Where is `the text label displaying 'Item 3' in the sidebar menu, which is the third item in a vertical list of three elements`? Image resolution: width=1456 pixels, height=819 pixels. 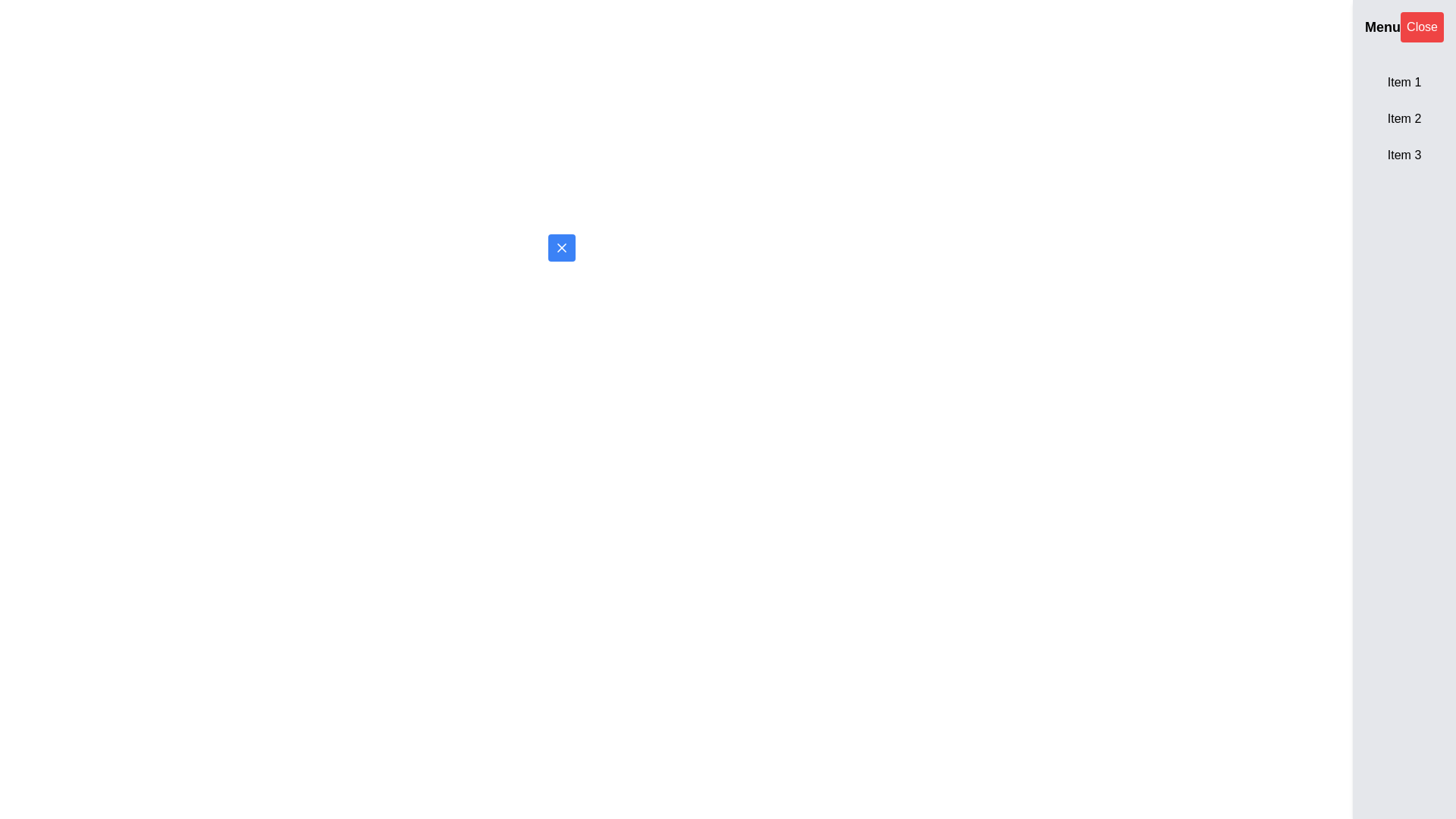
the text label displaying 'Item 3' in the sidebar menu, which is the third item in a vertical list of three elements is located at coordinates (1404, 155).